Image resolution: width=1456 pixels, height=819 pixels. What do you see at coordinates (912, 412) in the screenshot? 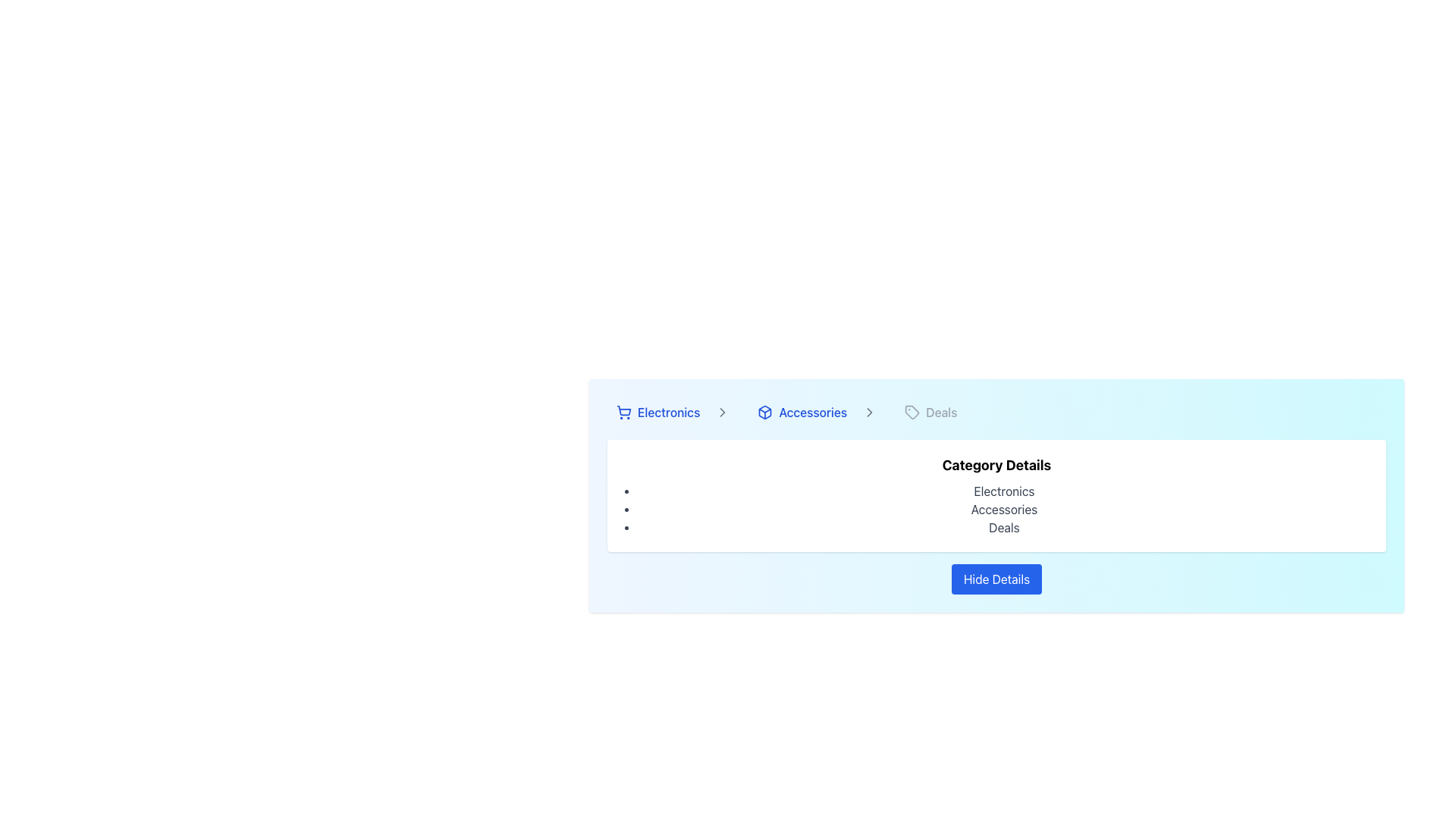
I see `the decorative icon in the breadcrumbs navigation that enhances the visual representation of the 'Deals' link, positioned before the 'Deals' label` at bounding box center [912, 412].